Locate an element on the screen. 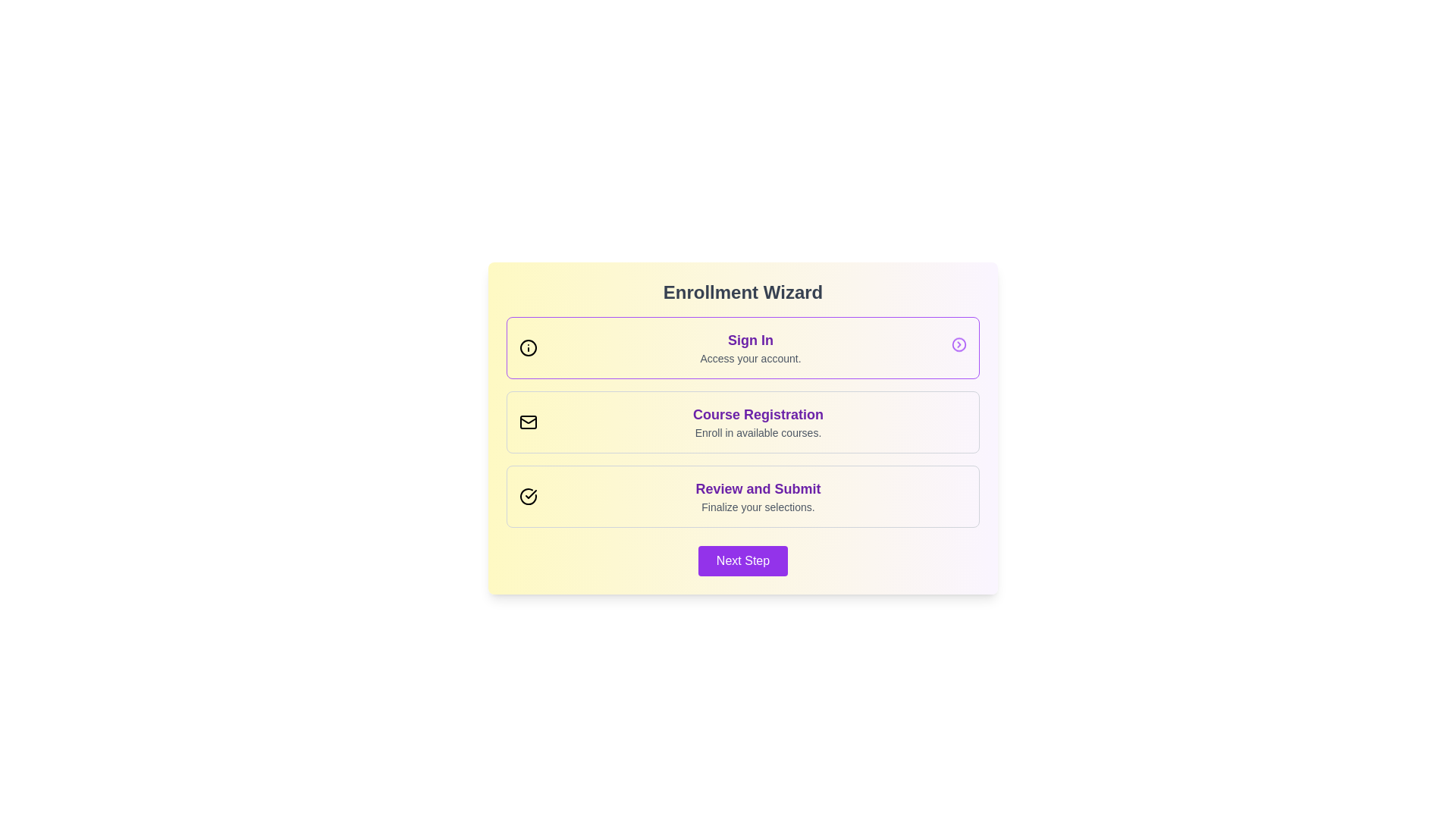 The width and height of the screenshot is (1456, 819). the 'Proceed' button located below the 'Review and Submit' section in the 'Enrollment Wizard' interface to change its color is located at coordinates (742, 561).